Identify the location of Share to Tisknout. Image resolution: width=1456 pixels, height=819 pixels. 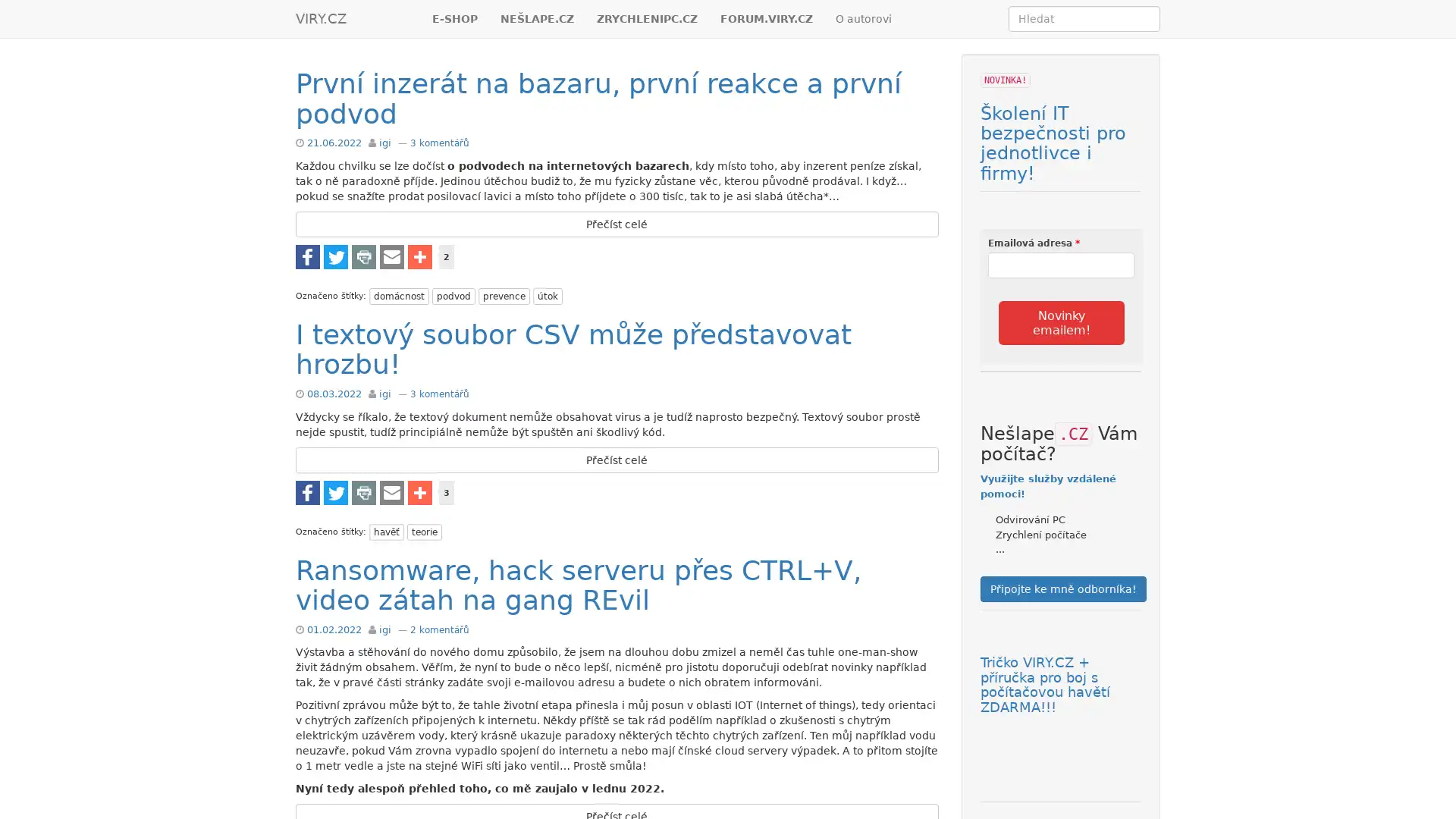
(364, 256).